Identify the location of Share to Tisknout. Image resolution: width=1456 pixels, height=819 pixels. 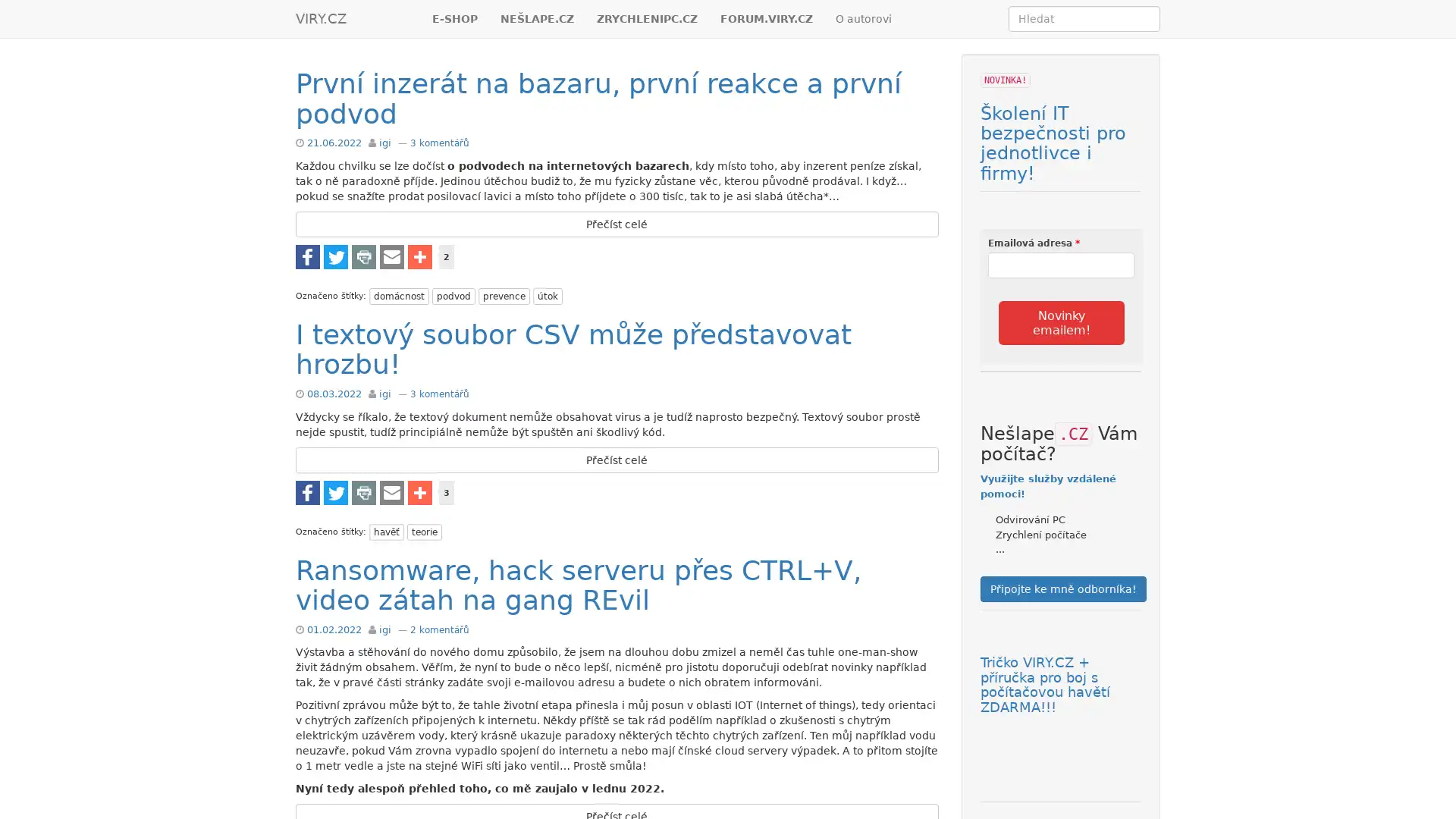
(364, 256).